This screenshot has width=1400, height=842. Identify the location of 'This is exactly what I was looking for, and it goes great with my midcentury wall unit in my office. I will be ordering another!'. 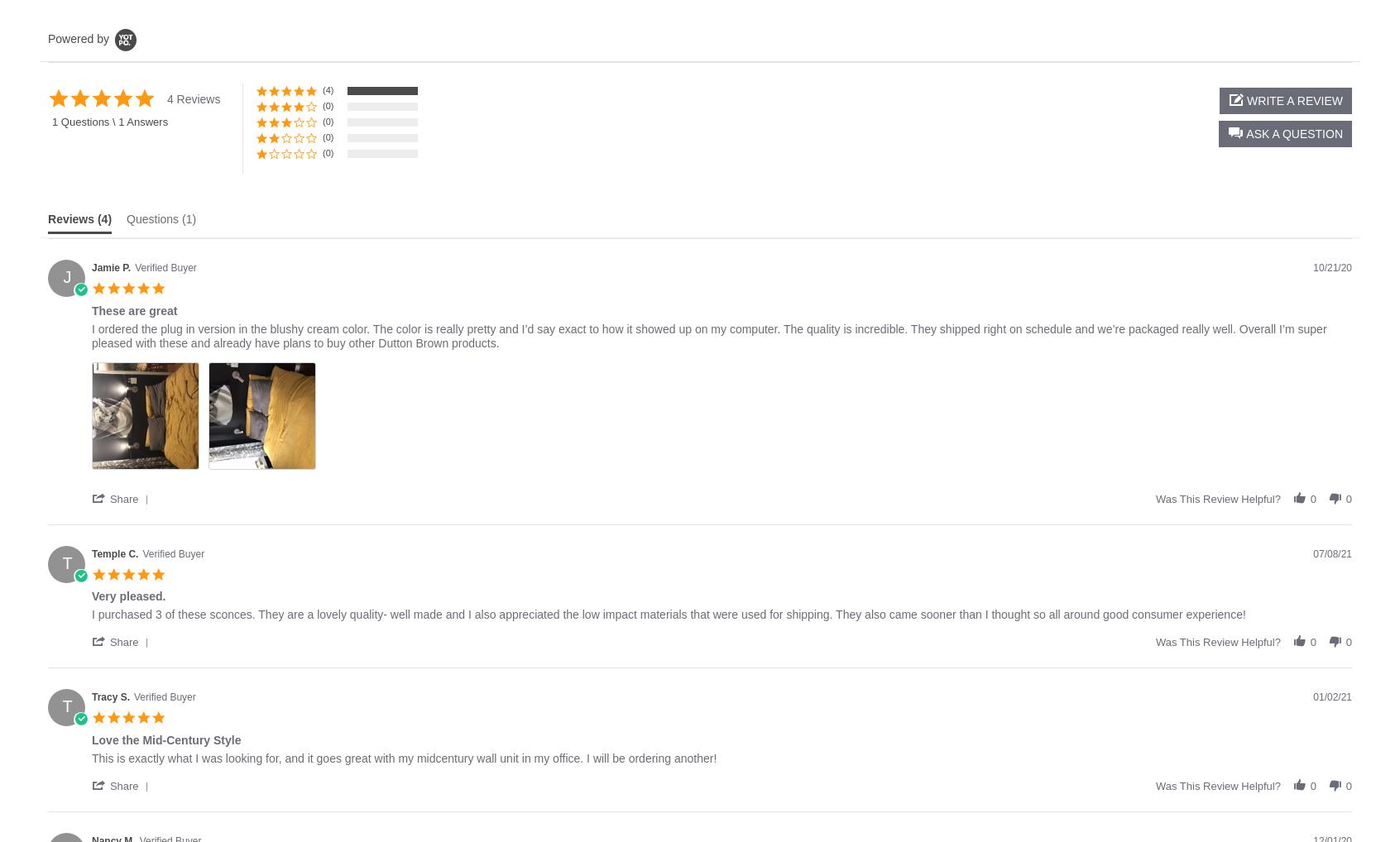
(403, 757).